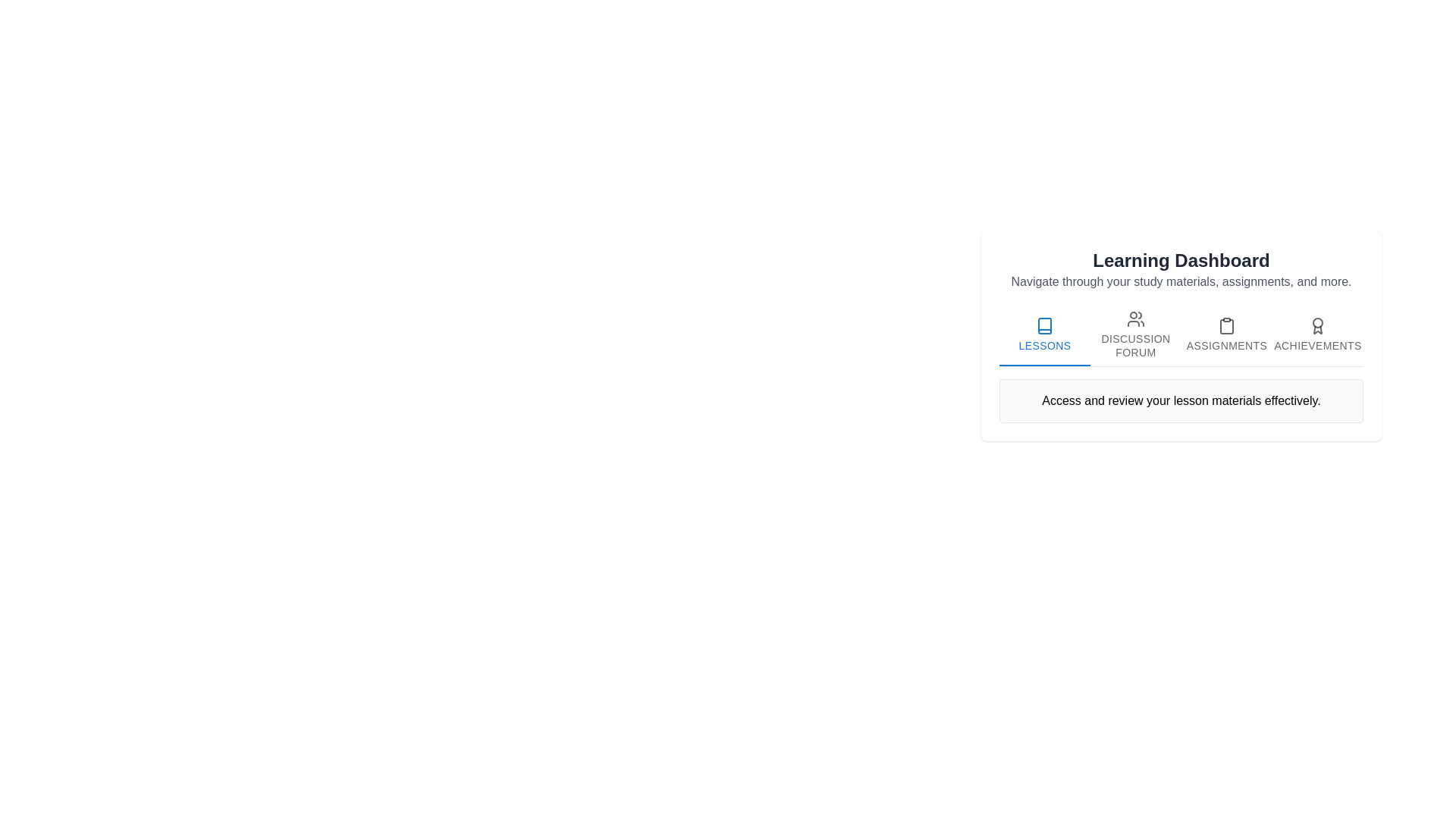  I want to click on the decorative ribbon detail within the award icon located at the lower part of the ACHIEVEMENTS tab icon beneath the Learning Dashboard heading, so click(1316, 329).